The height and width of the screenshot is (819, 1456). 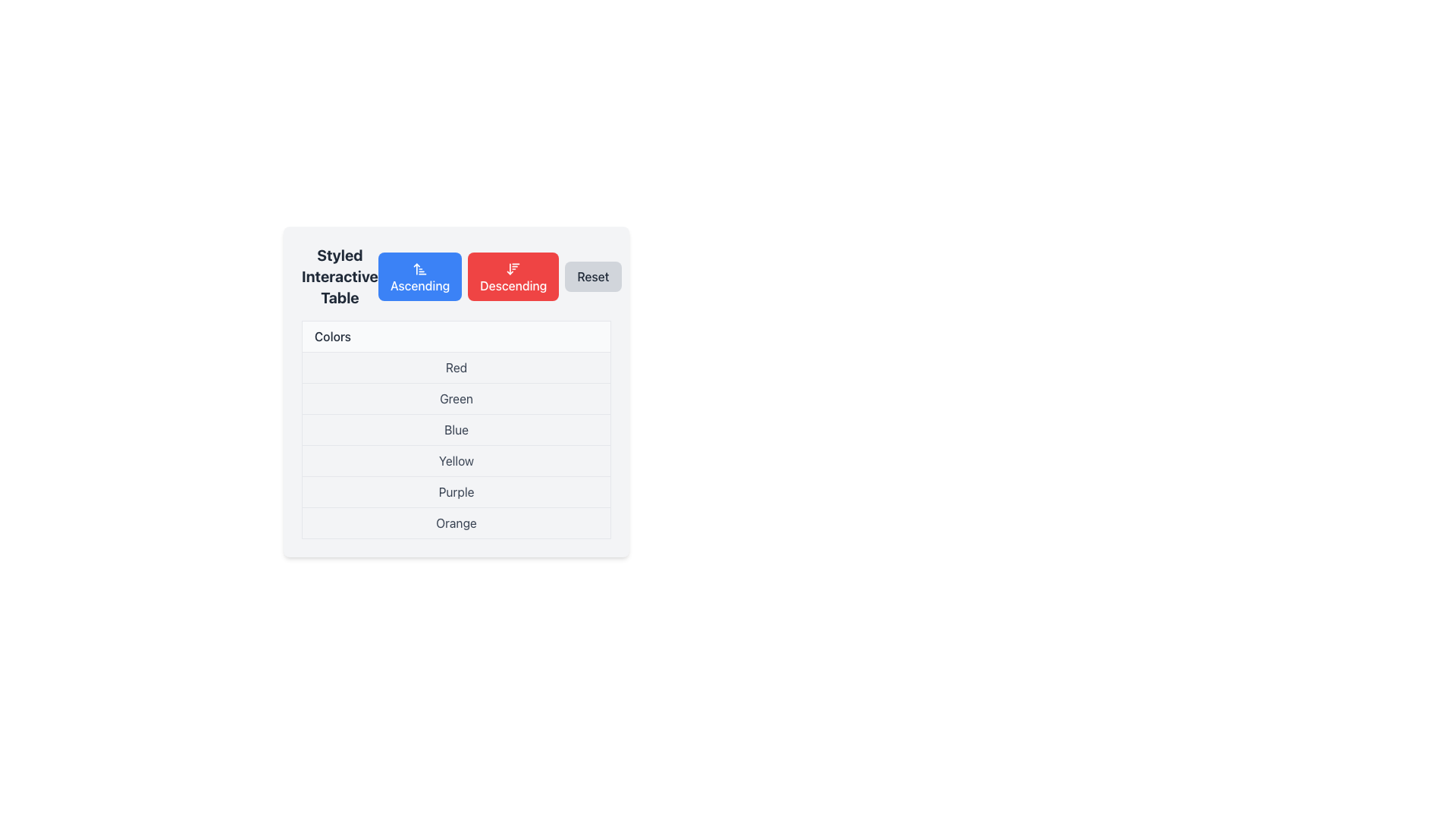 I want to click on the table row element representing the color 'Orange', so click(x=455, y=522).